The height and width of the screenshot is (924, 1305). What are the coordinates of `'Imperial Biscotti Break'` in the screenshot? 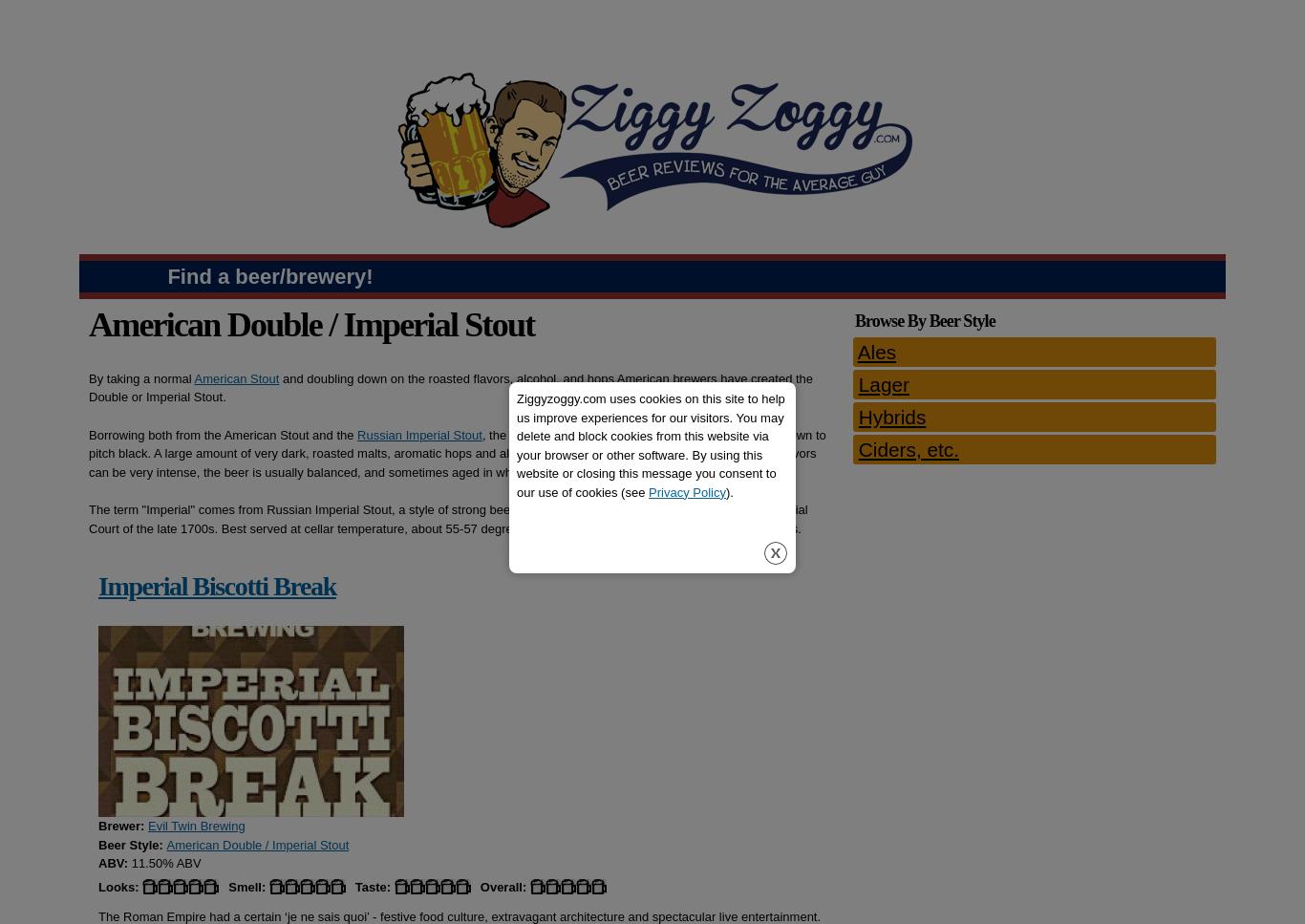 It's located at (97, 586).